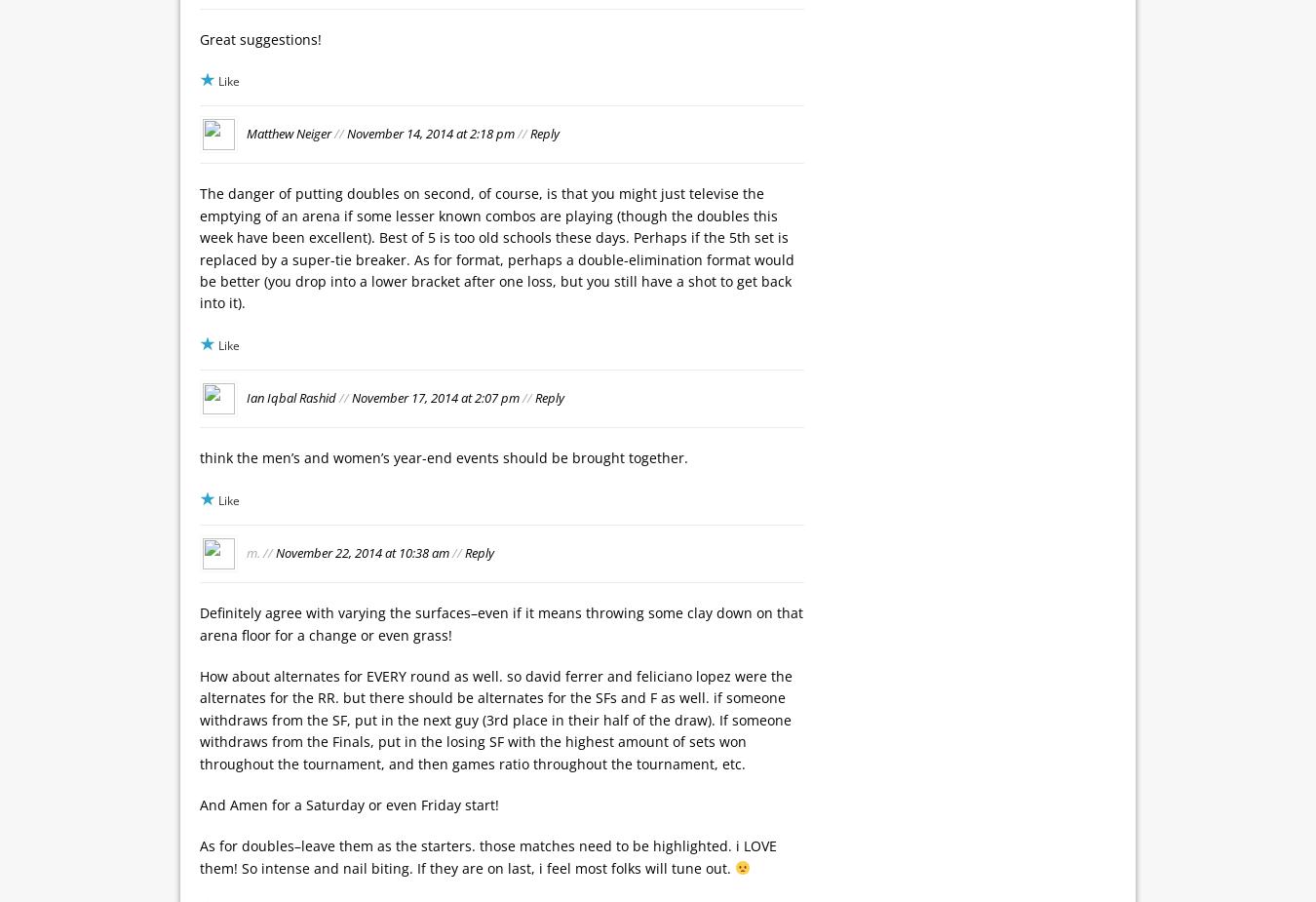  I want to click on 'Definitely agree with varying the surfaces–even if it means throwing some clay down on that arena floor for a change or even grass!', so click(500, 623).